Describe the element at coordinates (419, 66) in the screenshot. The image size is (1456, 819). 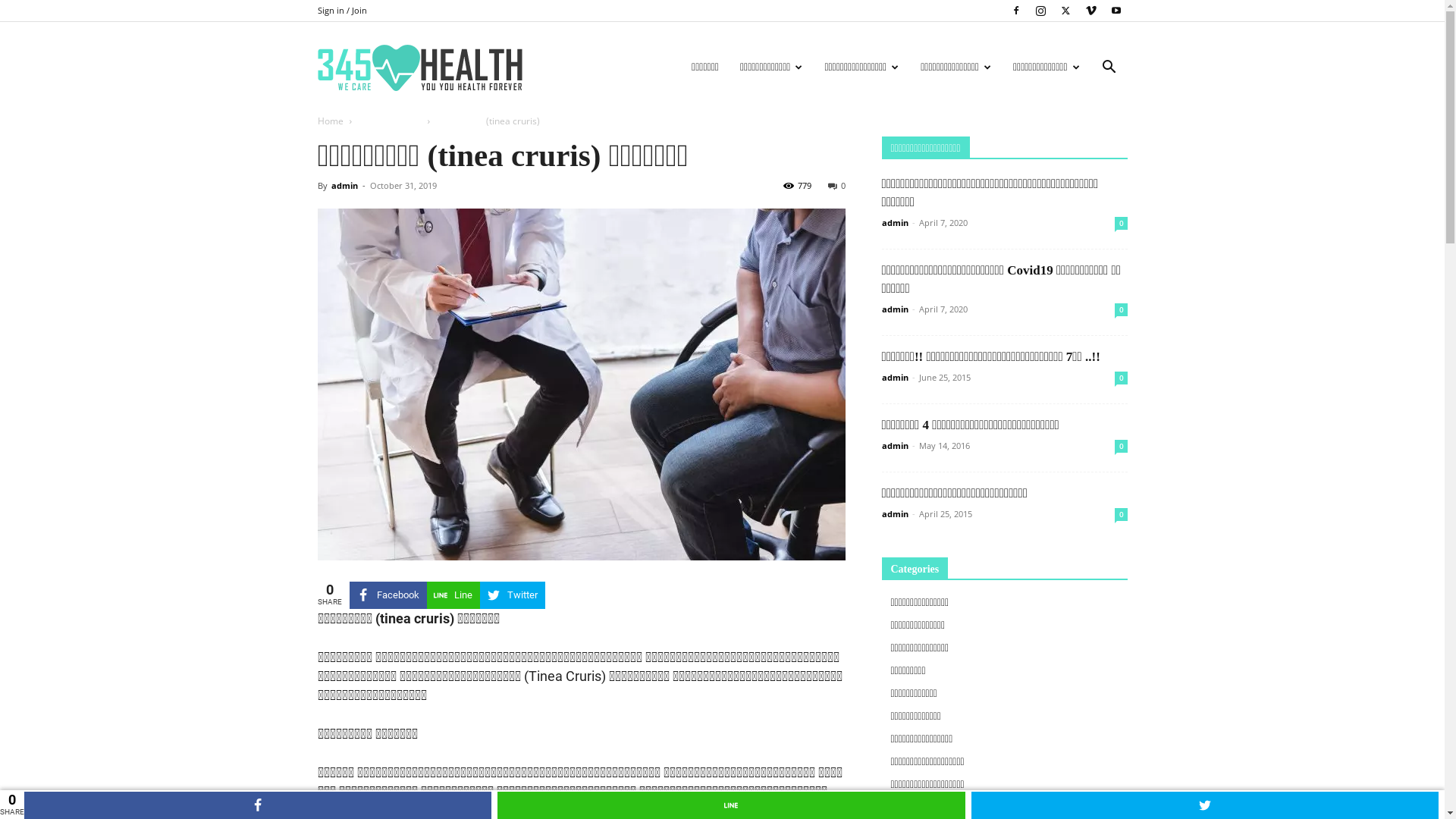
I see `'345Health'` at that location.